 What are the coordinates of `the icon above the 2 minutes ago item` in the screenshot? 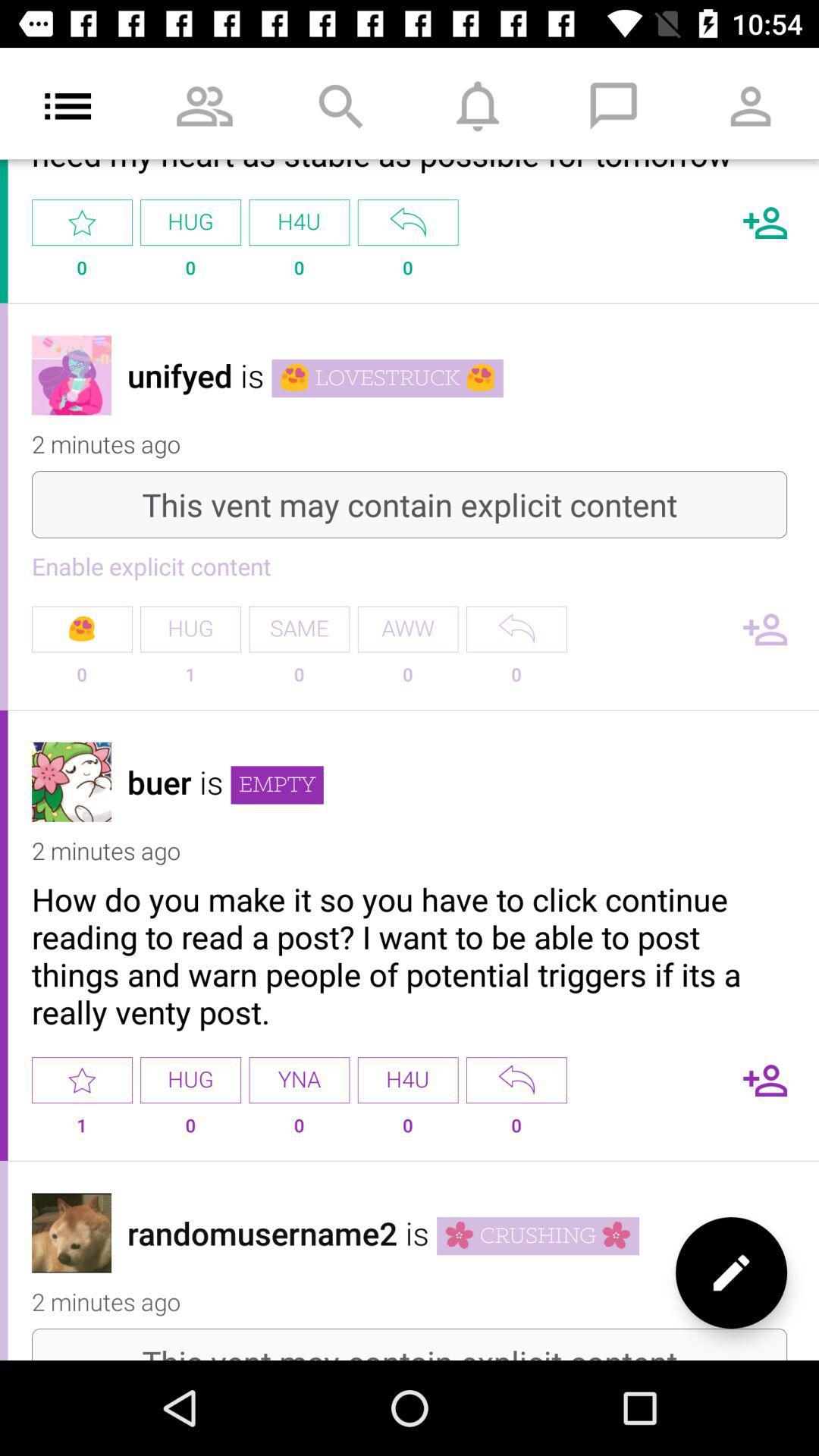 It's located at (179, 375).